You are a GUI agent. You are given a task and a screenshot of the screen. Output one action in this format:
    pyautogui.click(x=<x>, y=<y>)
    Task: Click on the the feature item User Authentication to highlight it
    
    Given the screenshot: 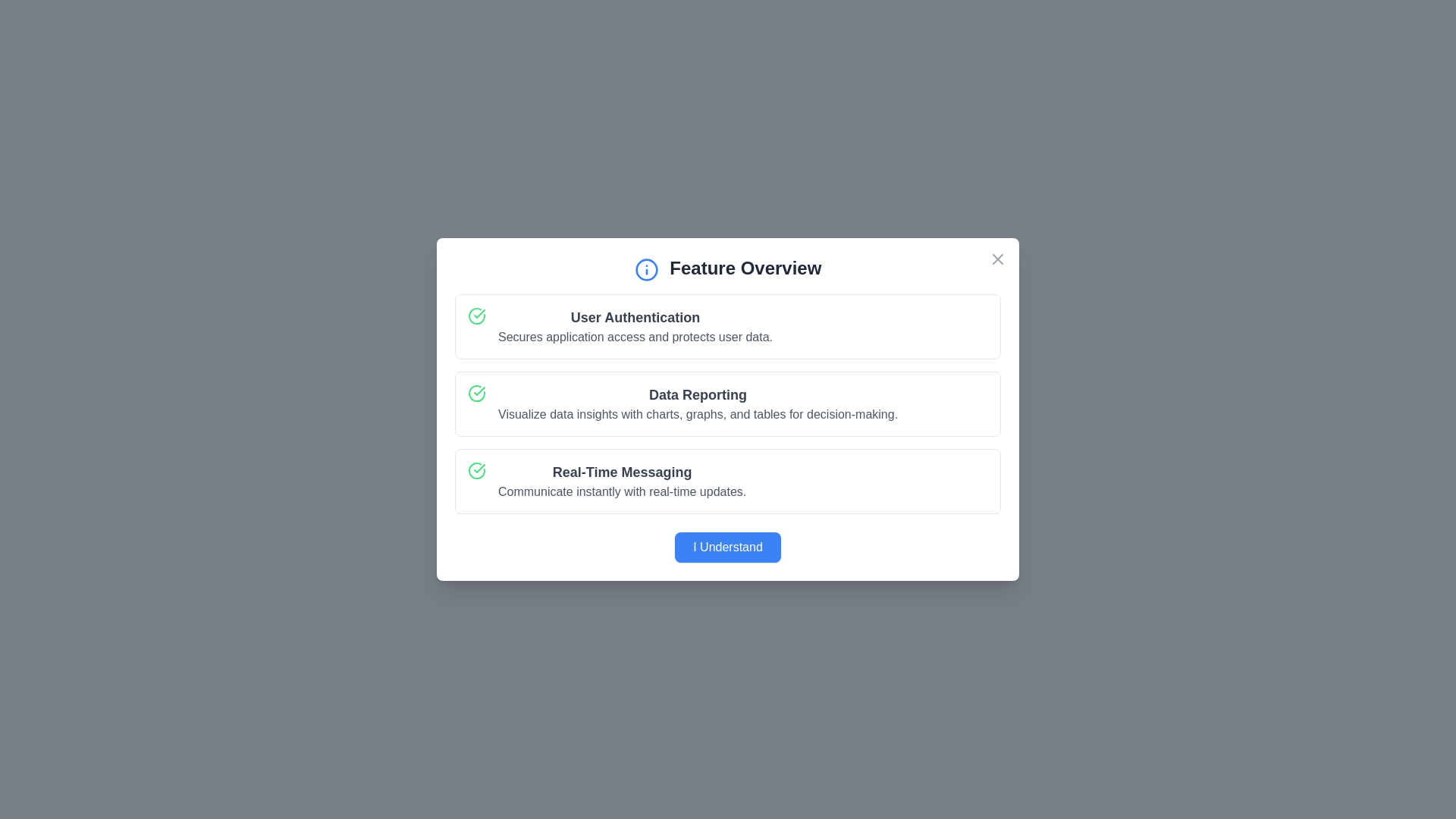 What is the action you would take?
    pyautogui.click(x=728, y=325)
    